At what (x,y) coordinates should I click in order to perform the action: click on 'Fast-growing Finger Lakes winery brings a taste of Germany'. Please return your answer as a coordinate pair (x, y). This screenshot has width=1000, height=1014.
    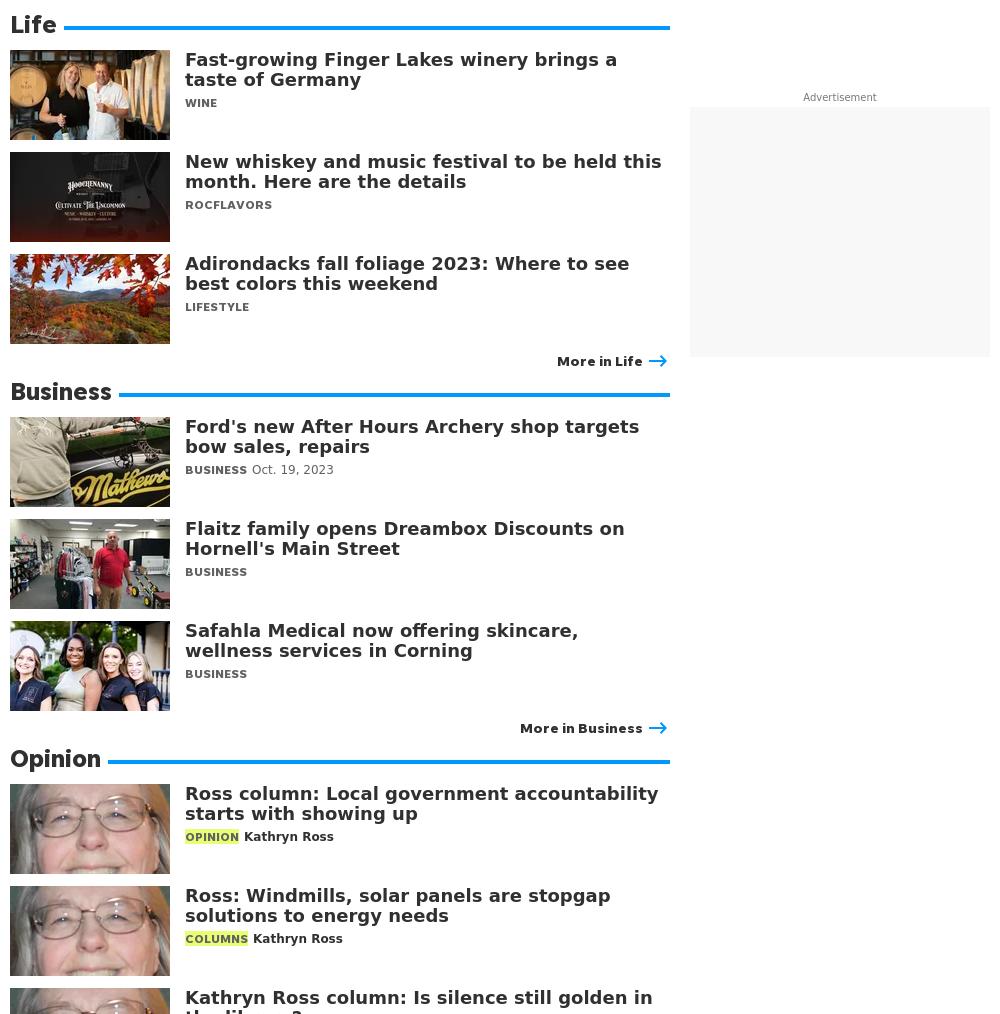
    Looking at the image, I should click on (401, 68).